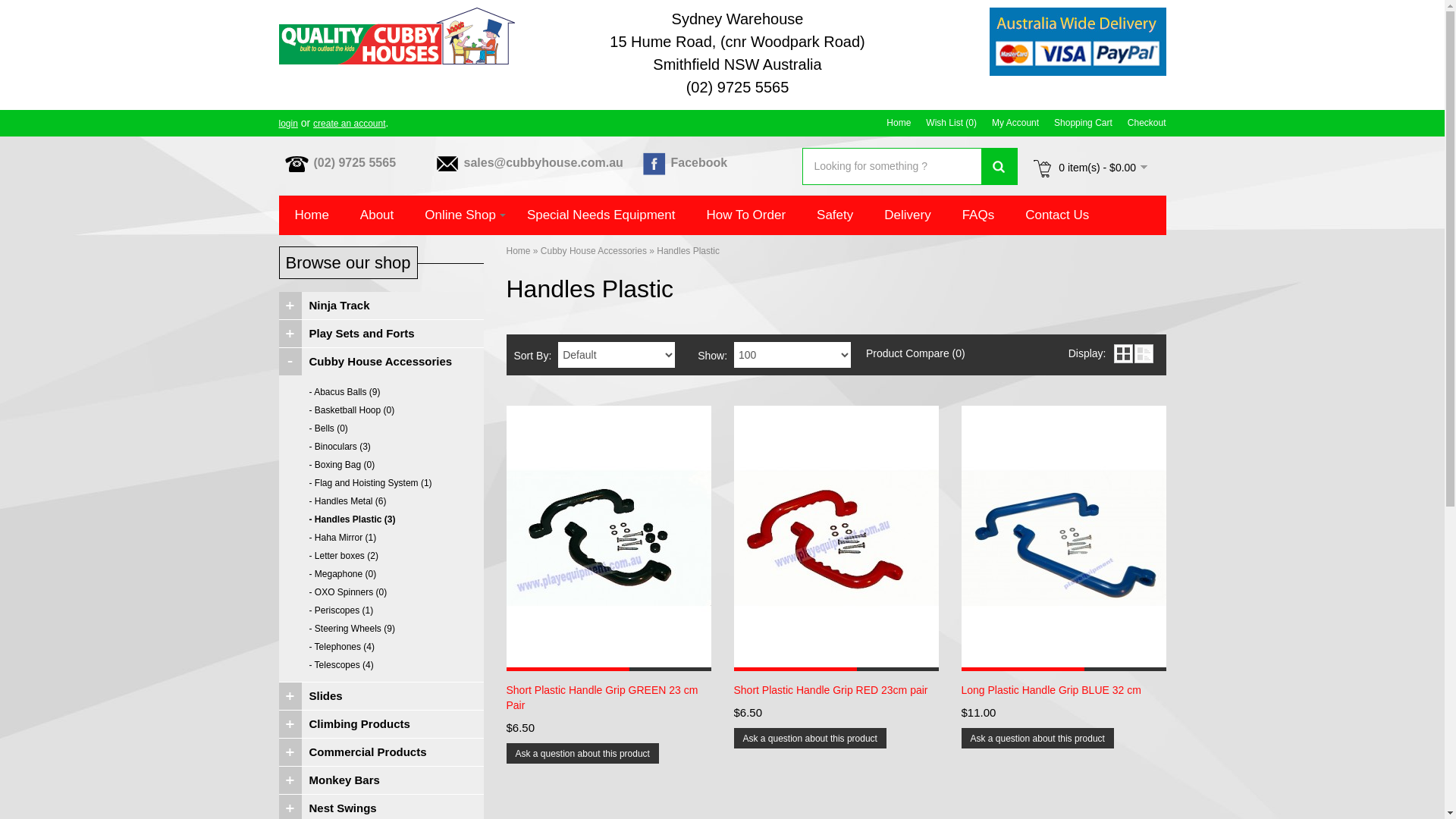 The width and height of the screenshot is (1456, 819). I want to click on 'Wish List (0)', so click(950, 122).